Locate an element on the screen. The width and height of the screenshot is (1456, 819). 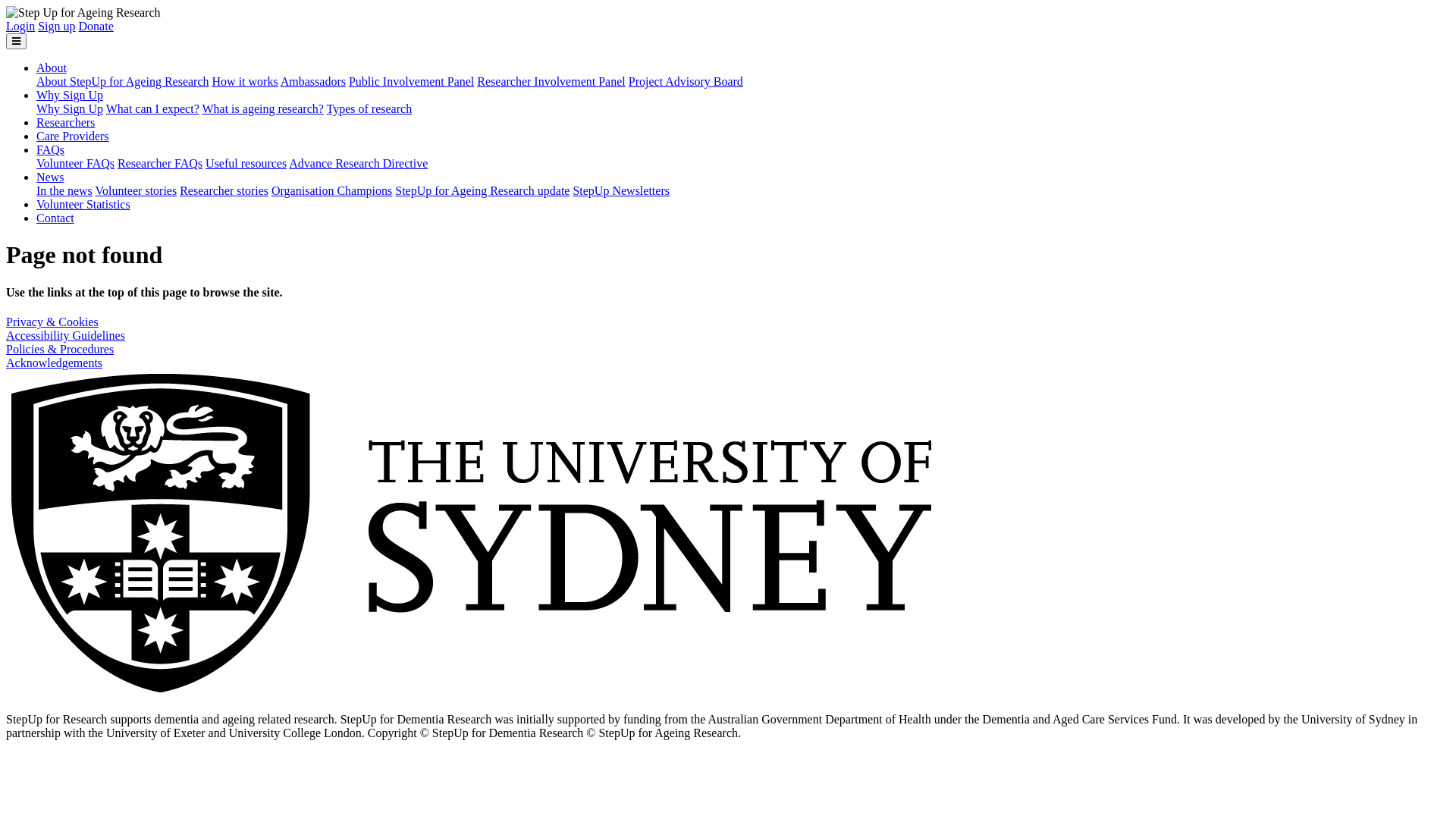
'Volunteer stories' is located at coordinates (135, 190).